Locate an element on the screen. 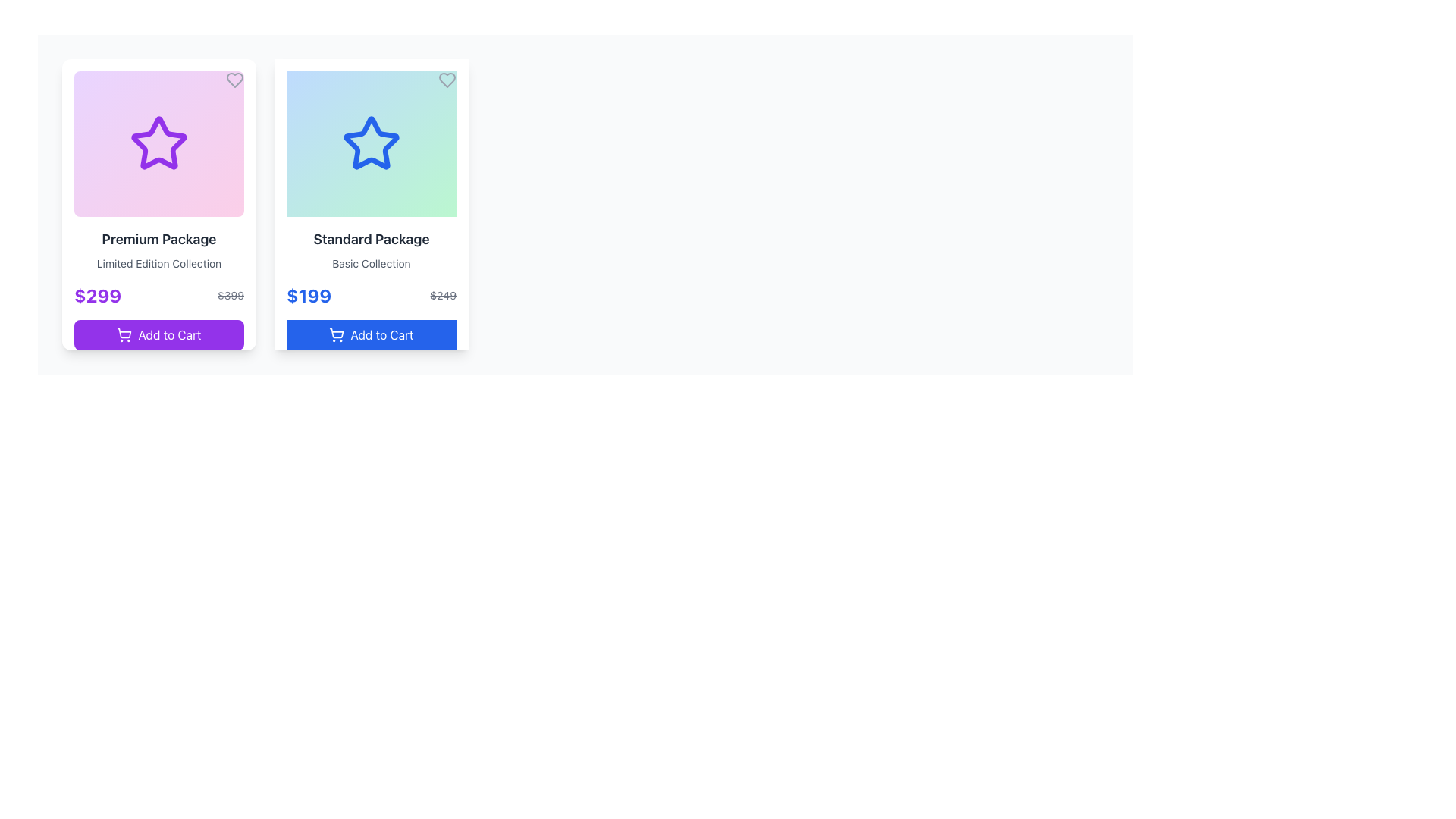 Image resolution: width=1456 pixels, height=819 pixels. the 'Add to Cart' button with a purple background and white text located at the bottom of the 'Premium Package' card is located at coordinates (159, 334).